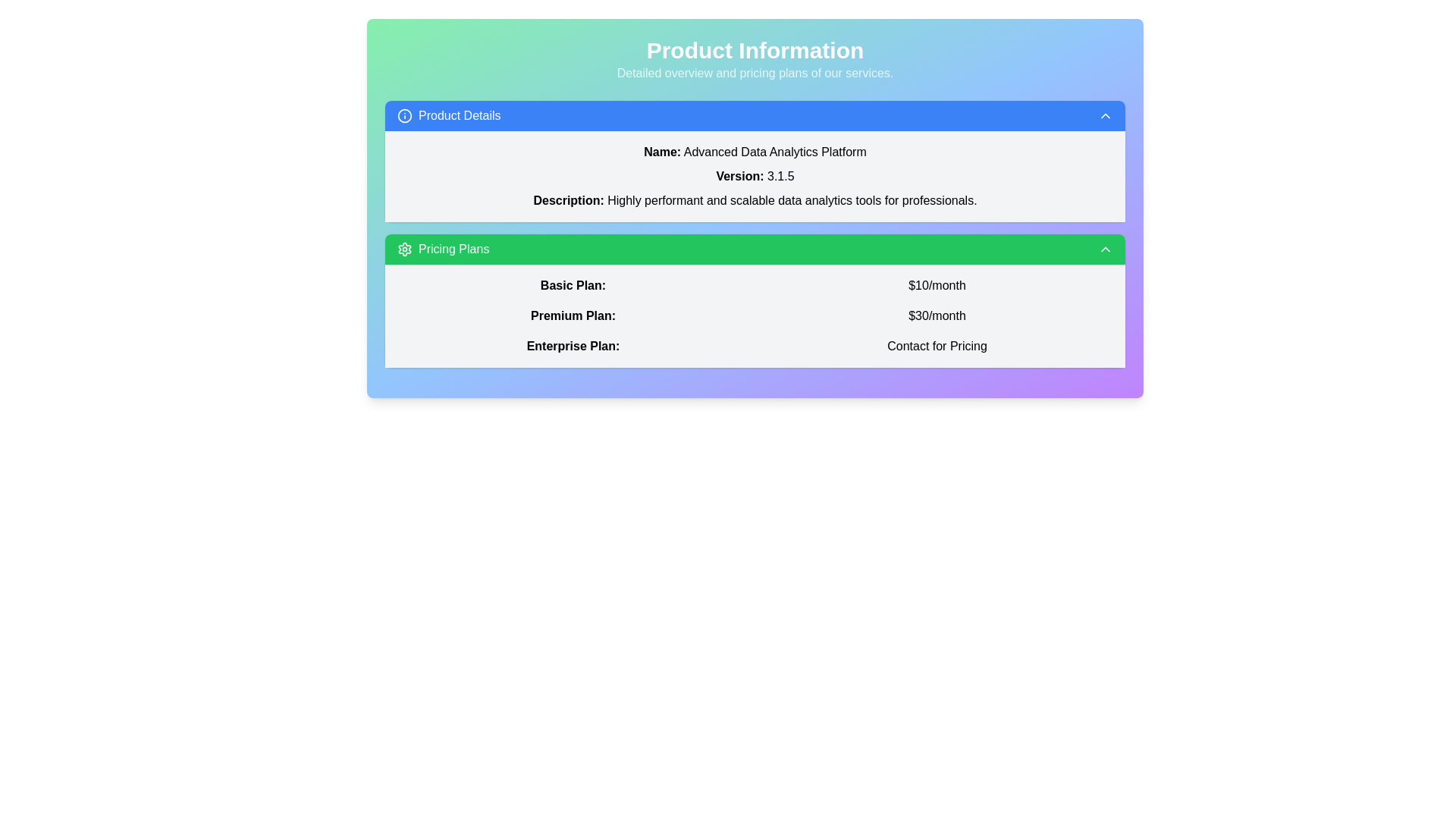 This screenshot has width=1456, height=819. What do you see at coordinates (404, 248) in the screenshot?
I see `the cogwheel icon` at bounding box center [404, 248].